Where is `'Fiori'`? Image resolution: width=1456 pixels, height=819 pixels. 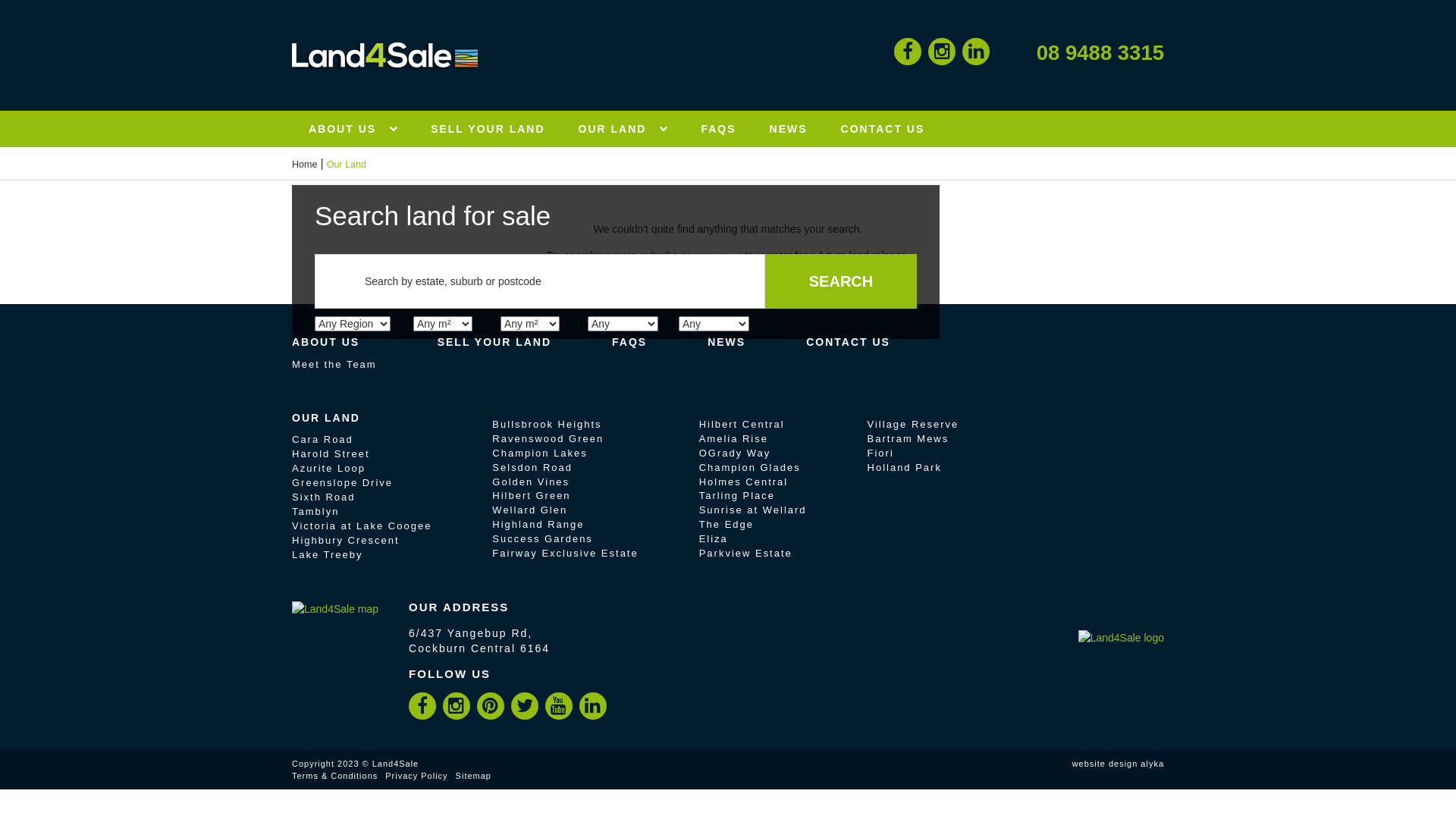 'Fiori' is located at coordinates (880, 452).